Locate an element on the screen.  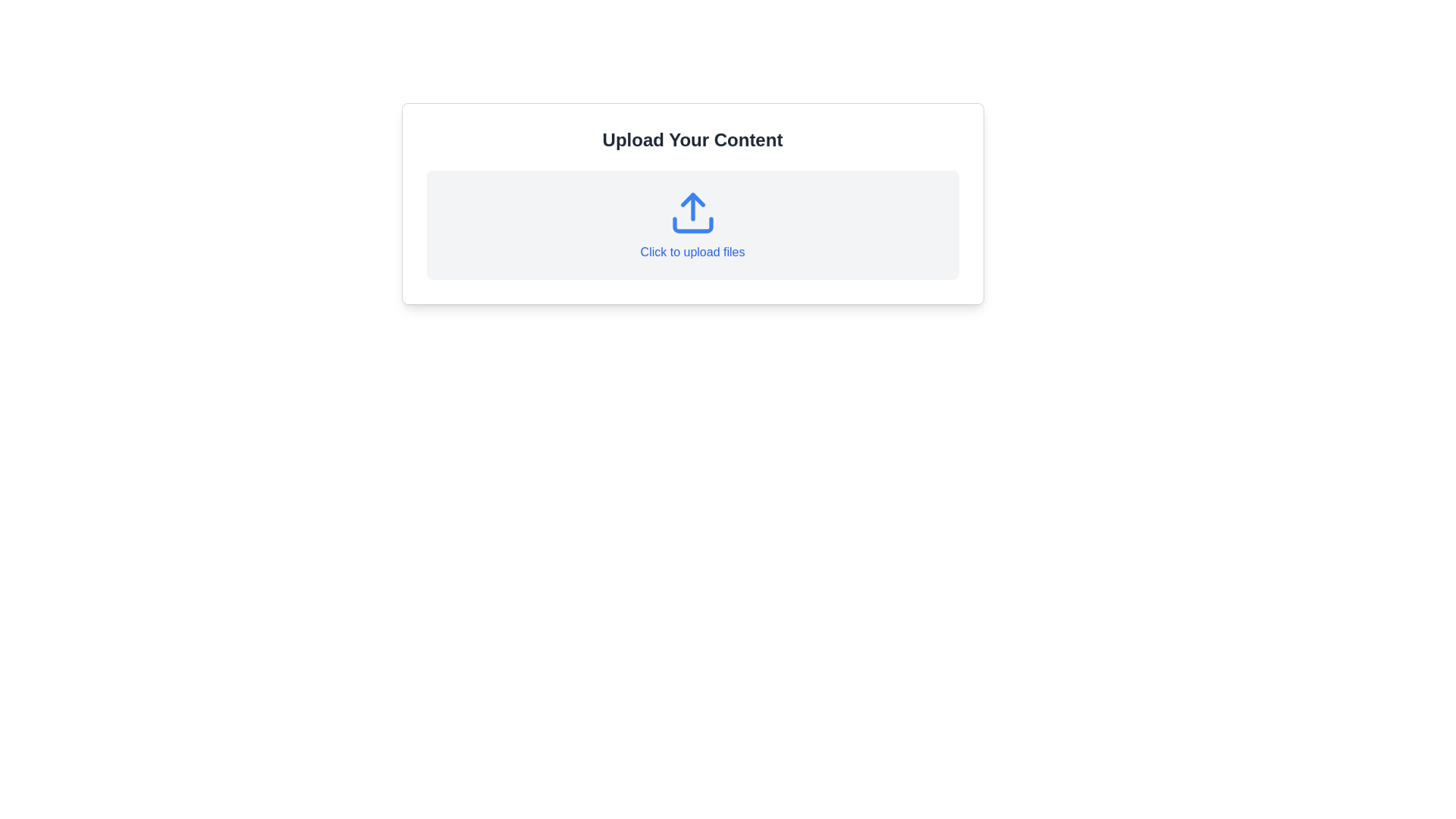
the interactive area for initiating file uploads, which features a blue upward-pointing arrow icon and the text 'Click to upload files' beneath it is located at coordinates (692, 225).